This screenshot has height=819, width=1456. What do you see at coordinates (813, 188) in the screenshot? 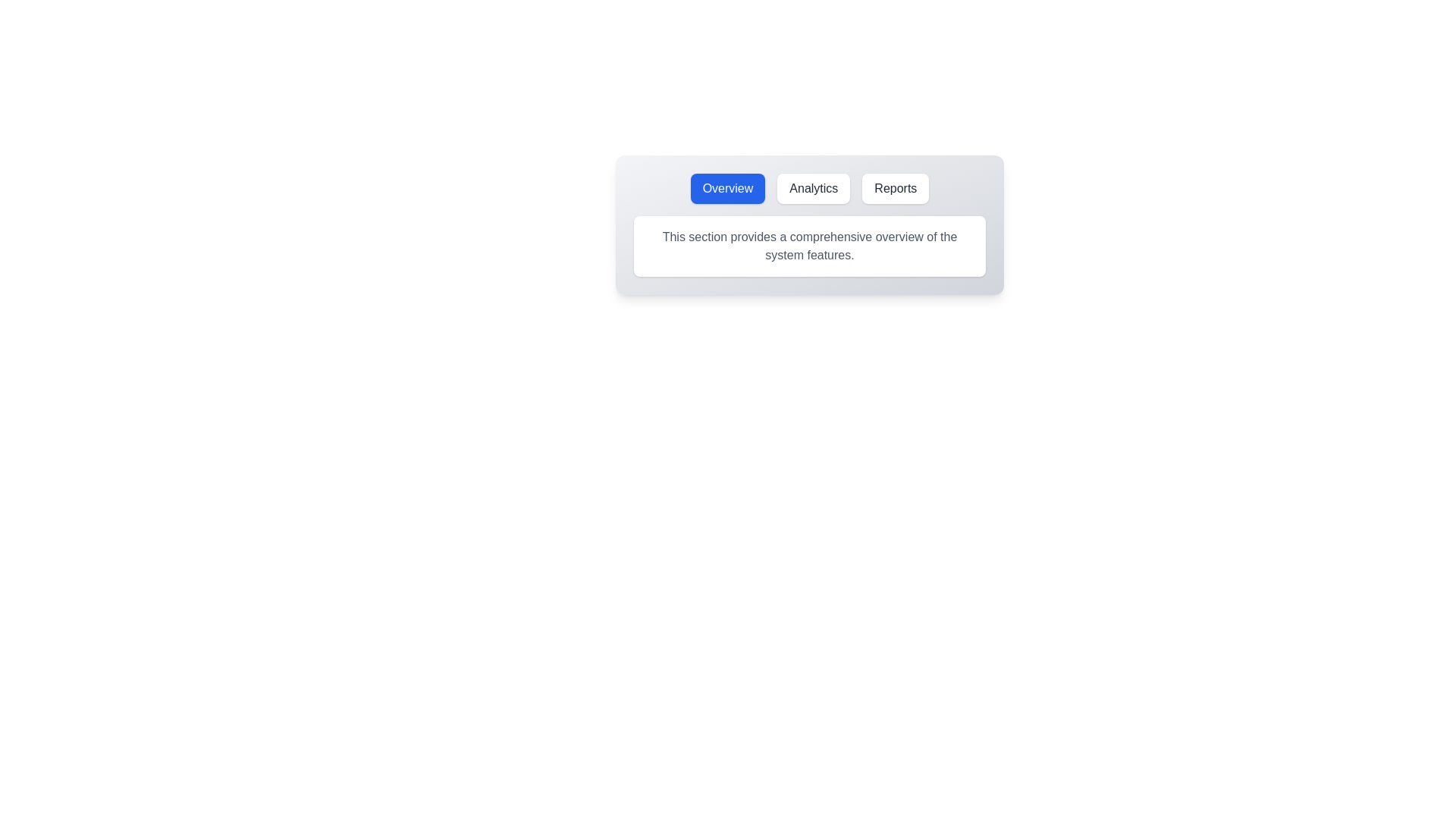
I see `the Analytics tab by clicking its button` at bounding box center [813, 188].